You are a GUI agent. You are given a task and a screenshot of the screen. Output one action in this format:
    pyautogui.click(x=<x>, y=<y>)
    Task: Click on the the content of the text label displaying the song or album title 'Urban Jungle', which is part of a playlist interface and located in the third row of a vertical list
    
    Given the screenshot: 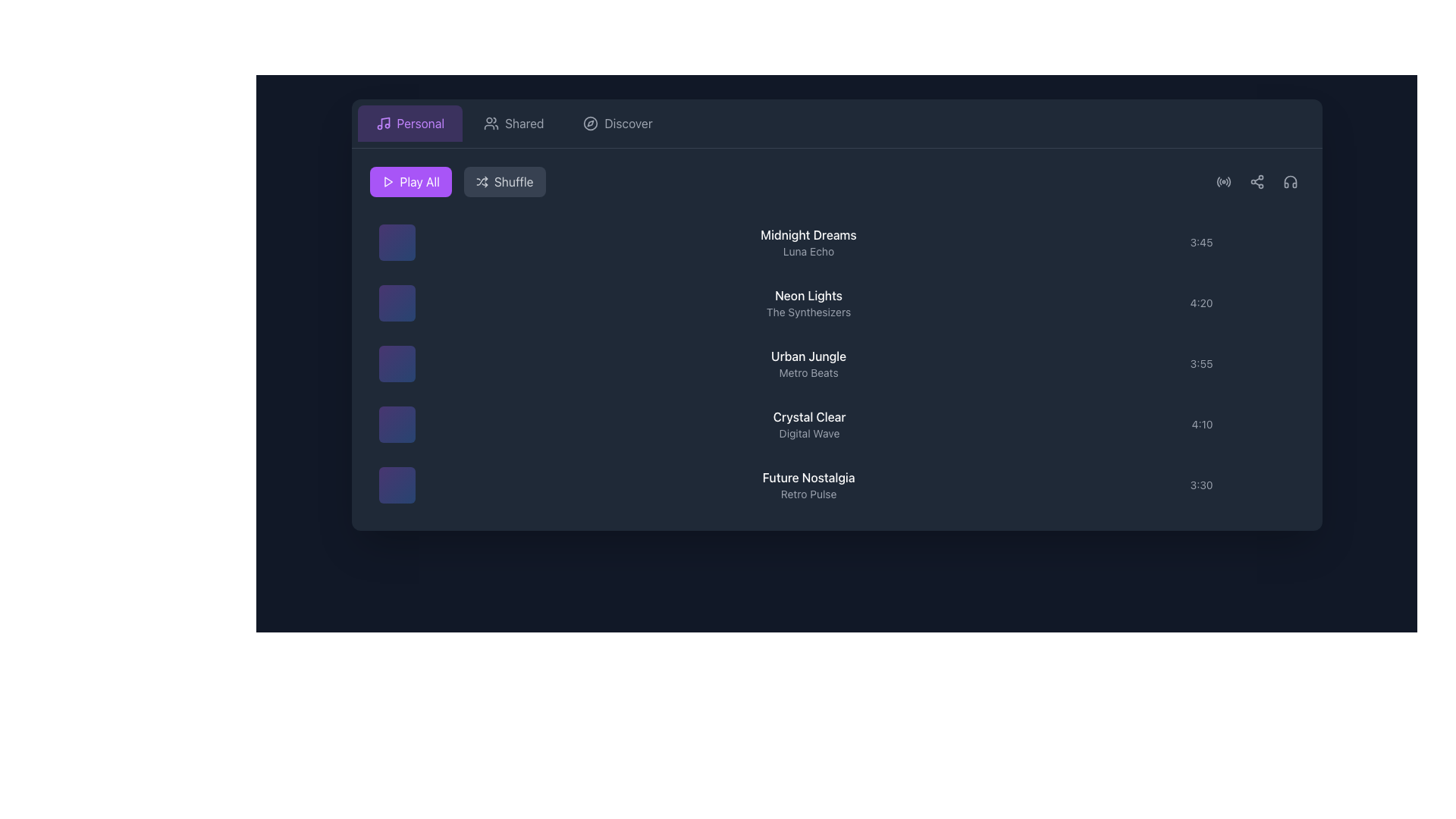 What is the action you would take?
    pyautogui.click(x=808, y=356)
    